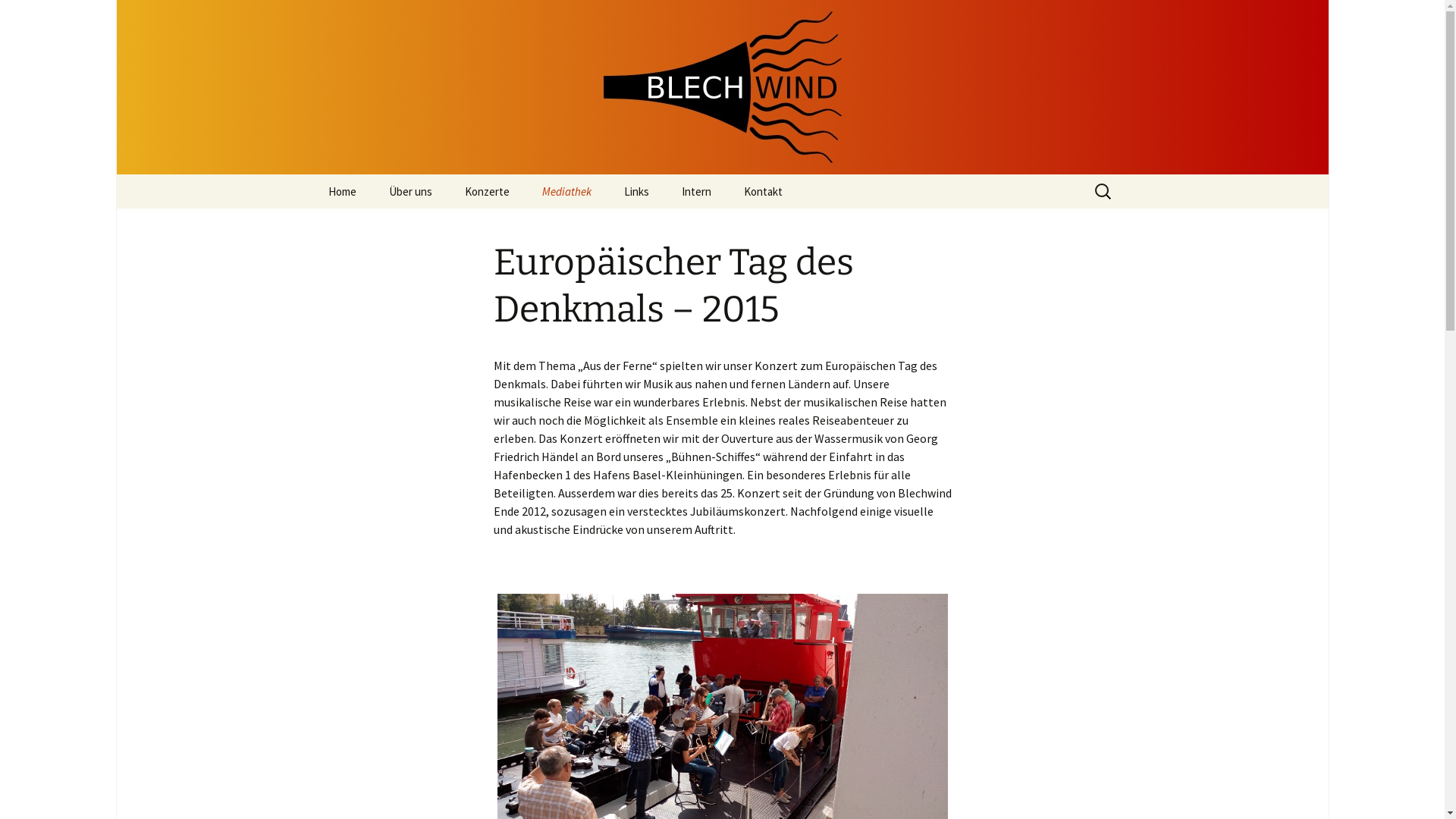 This screenshot has height=819, width=1456. I want to click on 'Mediathek', so click(565, 190).